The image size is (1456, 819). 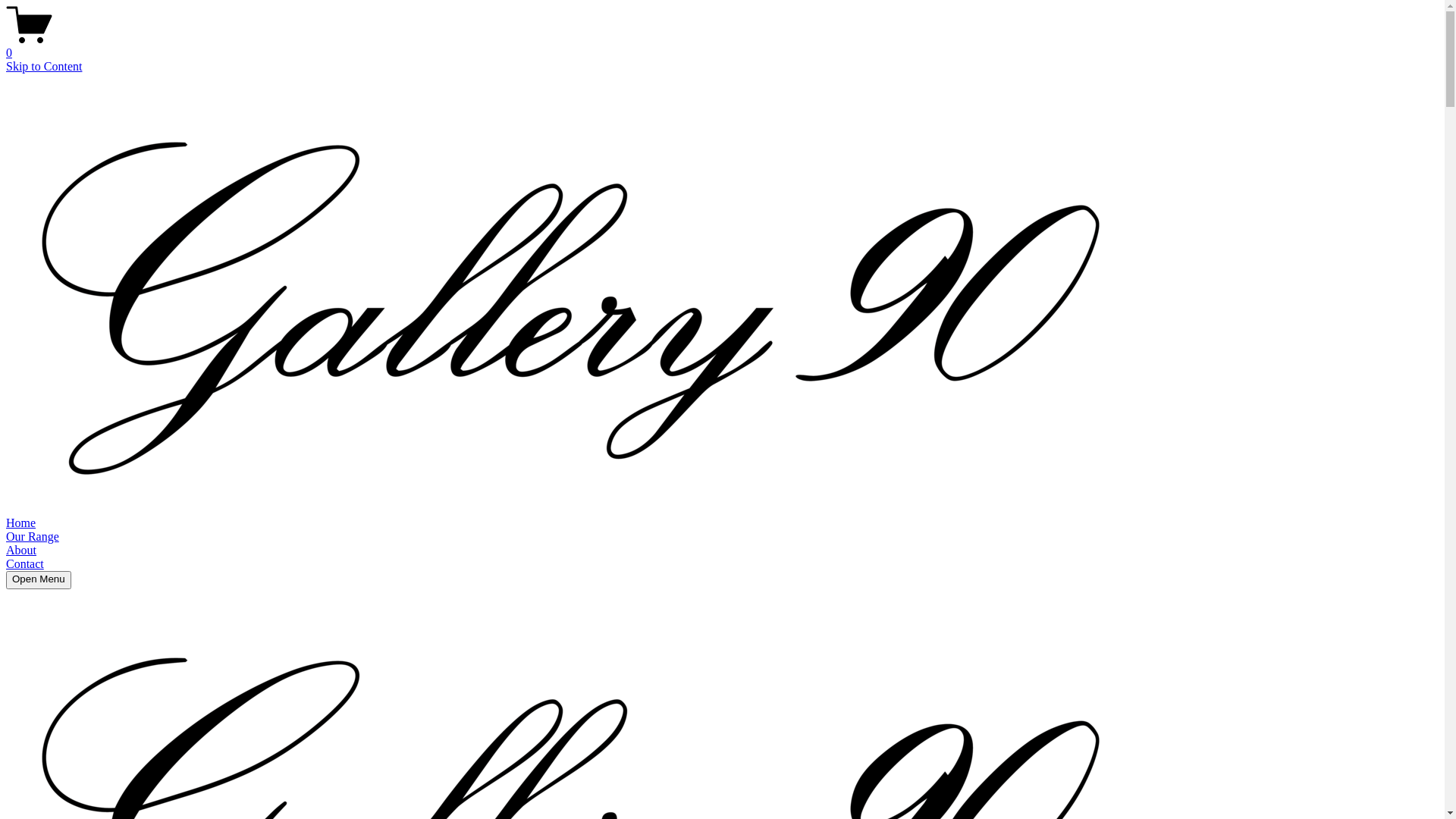 What do you see at coordinates (39, 579) in the screenshot?
I see `'Open Menu'` at bounding box center [39, 579].